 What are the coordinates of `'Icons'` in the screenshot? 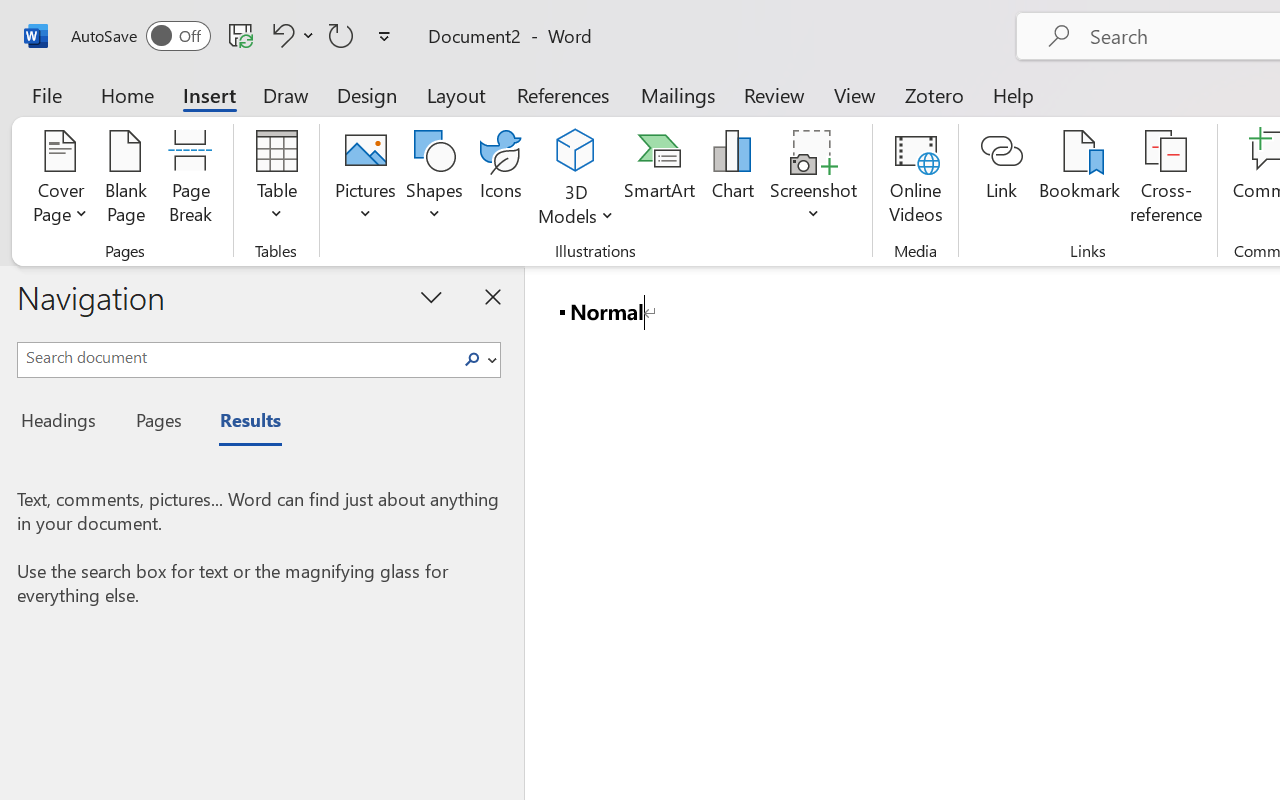 It's located at (501, 179).